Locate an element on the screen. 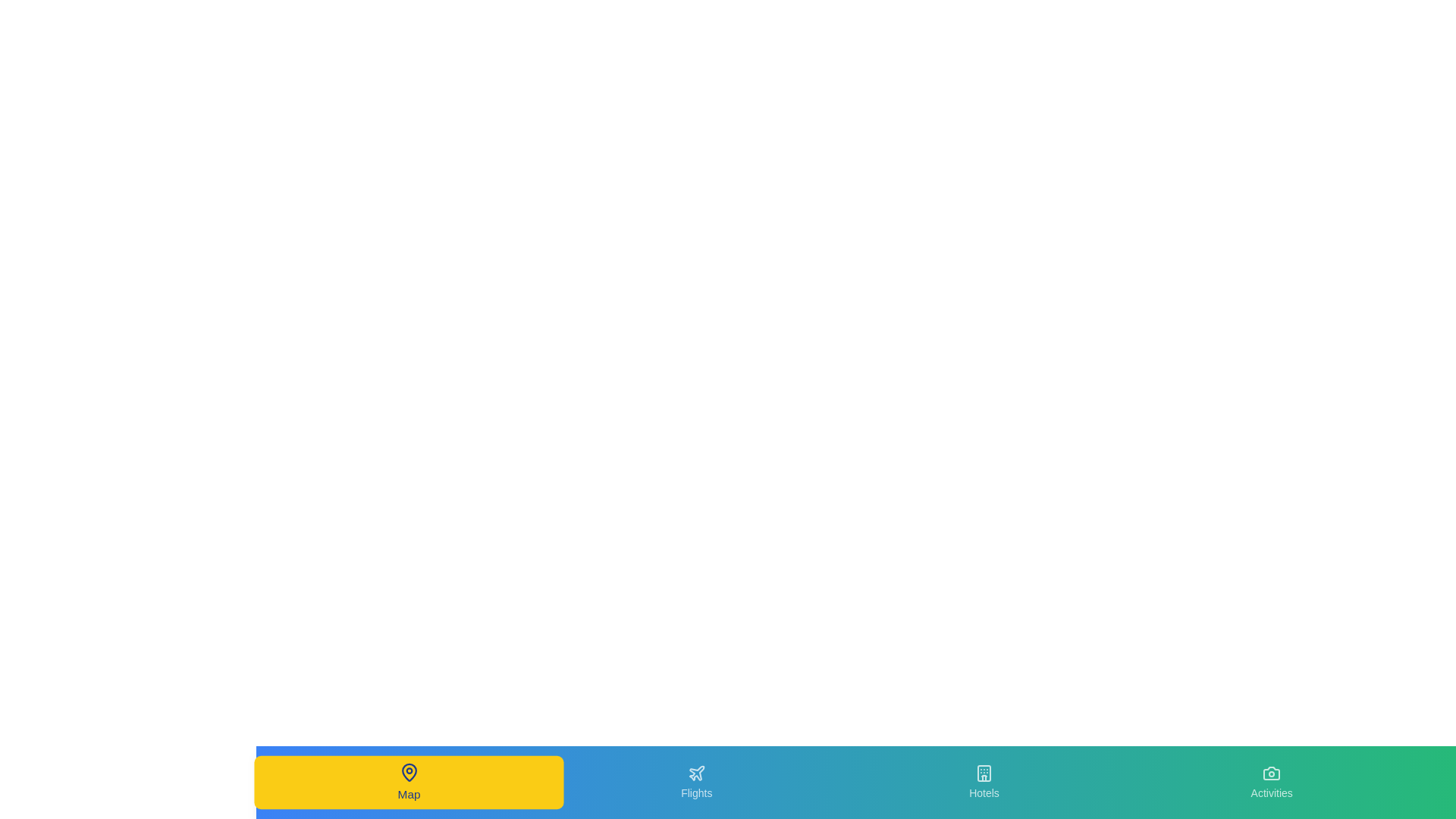  the tab labeled 'Hotels' to preview its hover state is located at coordinates (984, 783).